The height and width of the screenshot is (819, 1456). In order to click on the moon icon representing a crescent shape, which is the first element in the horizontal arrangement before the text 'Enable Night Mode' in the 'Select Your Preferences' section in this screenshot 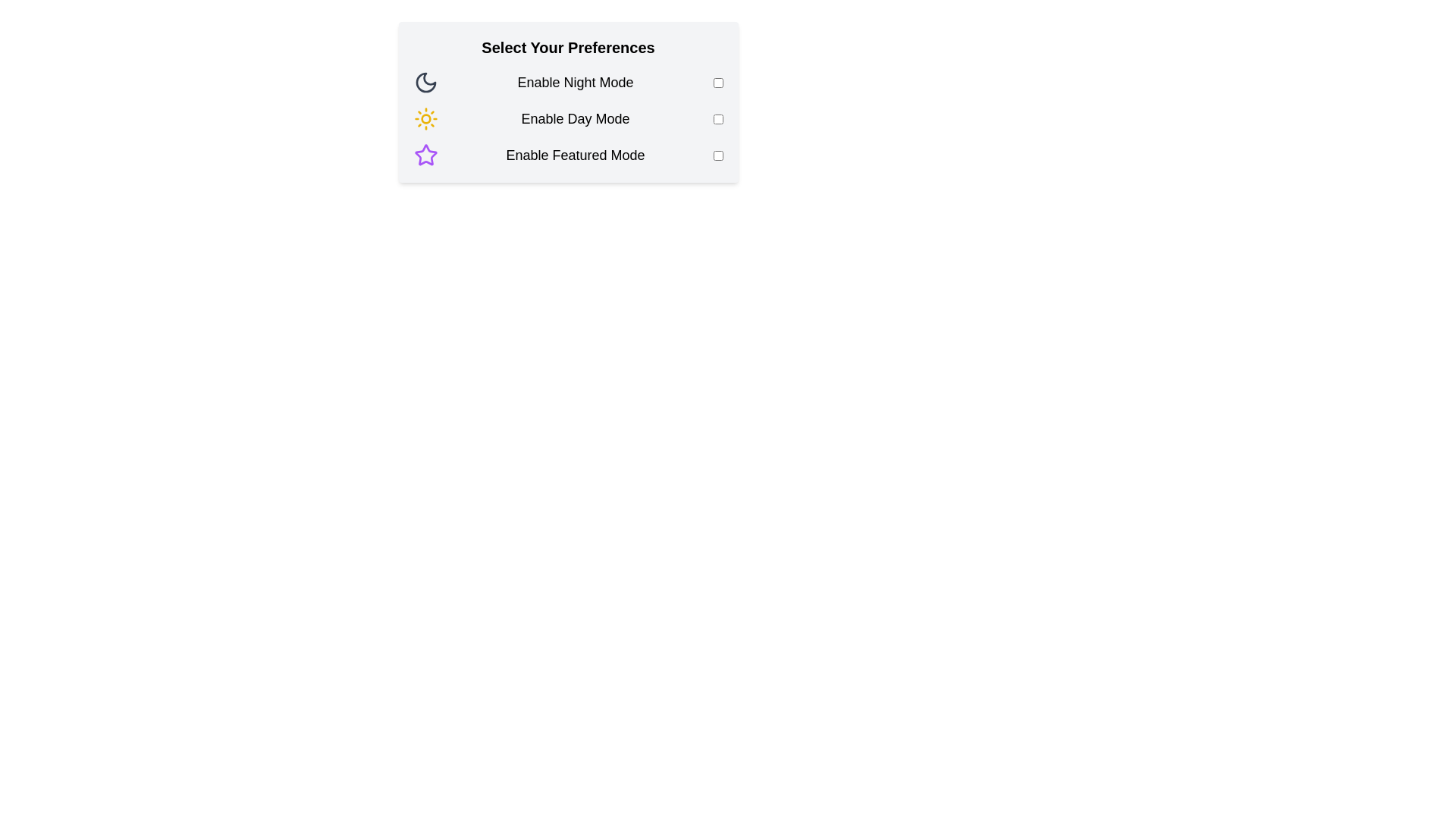, I will do `click(425, 82)`.